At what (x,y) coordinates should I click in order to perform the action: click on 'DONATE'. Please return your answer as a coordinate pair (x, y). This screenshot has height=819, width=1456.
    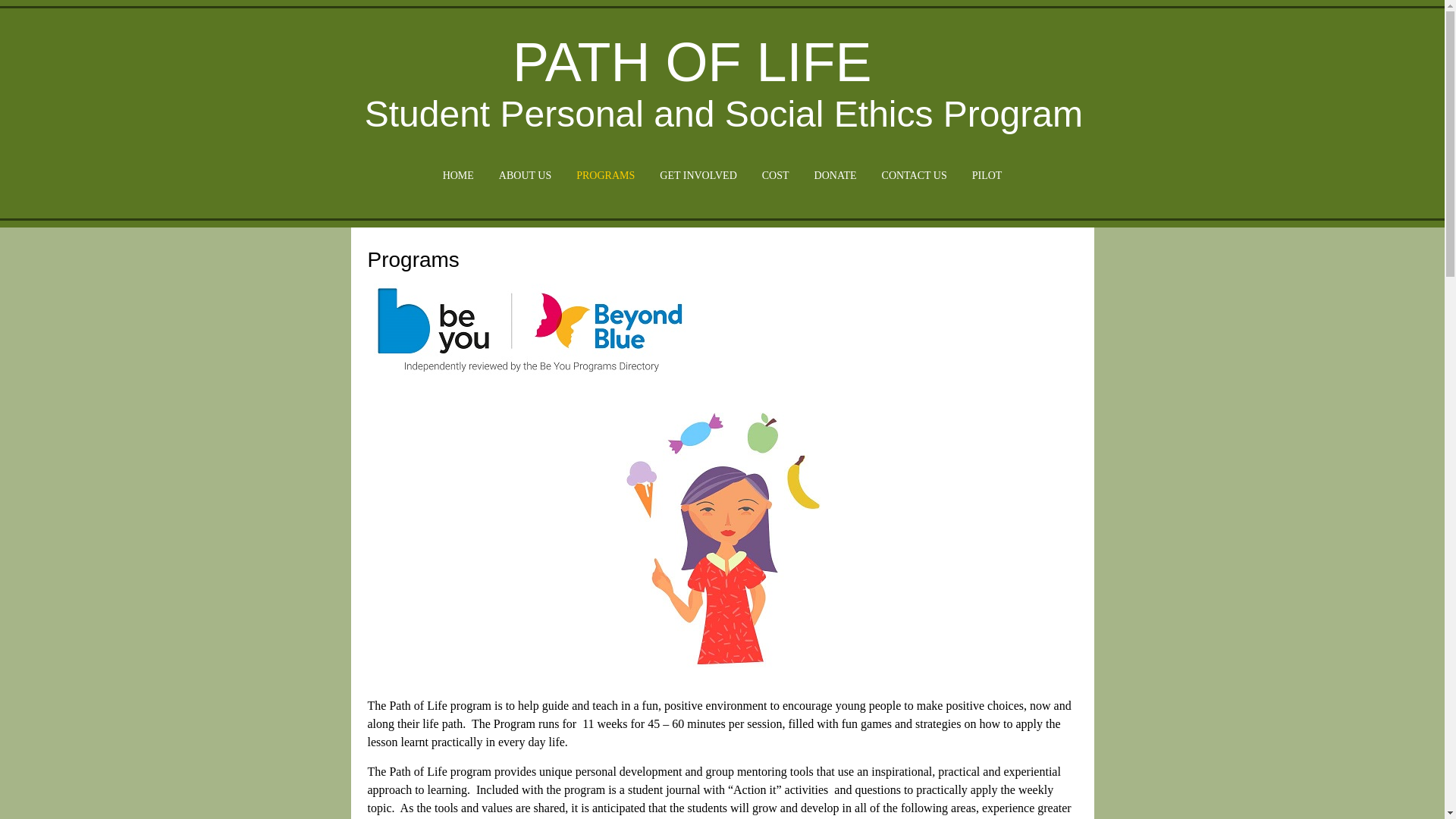
    Looking at the image, I should click on (803, 174).